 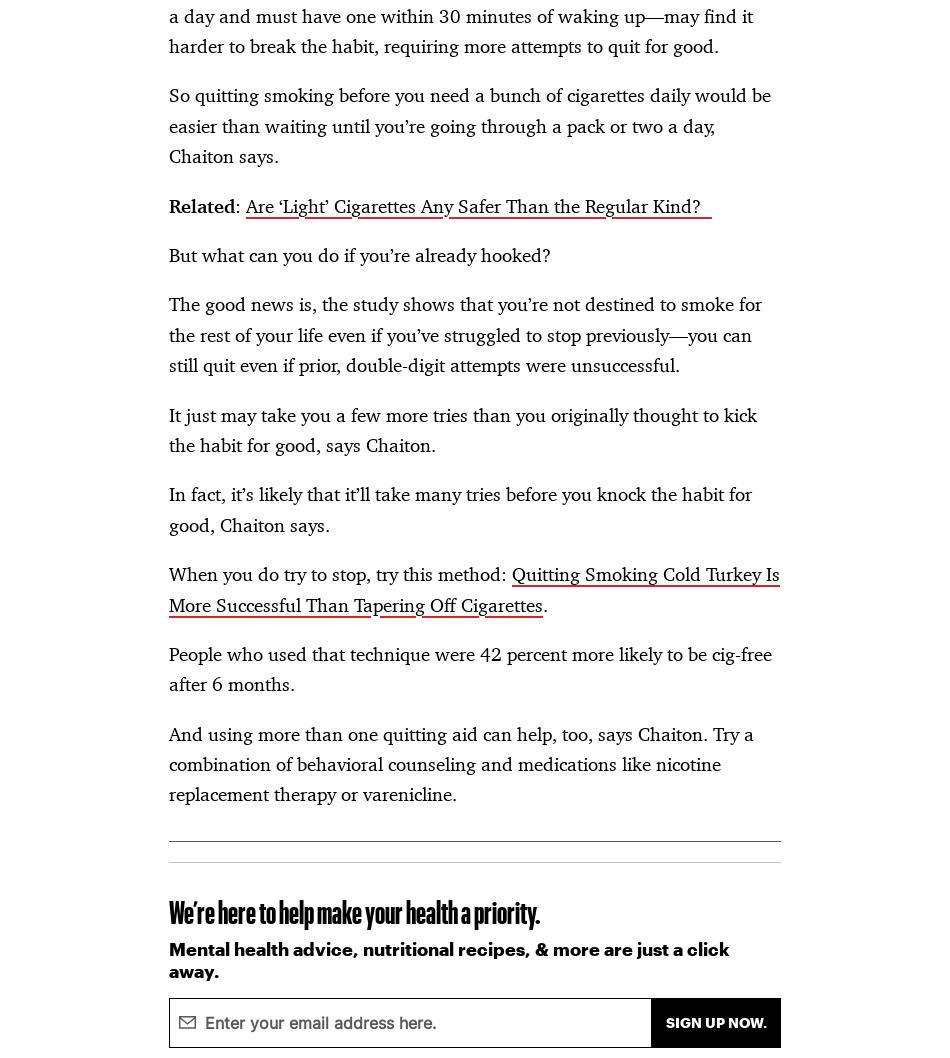 What do you see at coordinates (287, 113) in the screenshot?
I see `'Media Kit'` at bounding box center [287, 113].